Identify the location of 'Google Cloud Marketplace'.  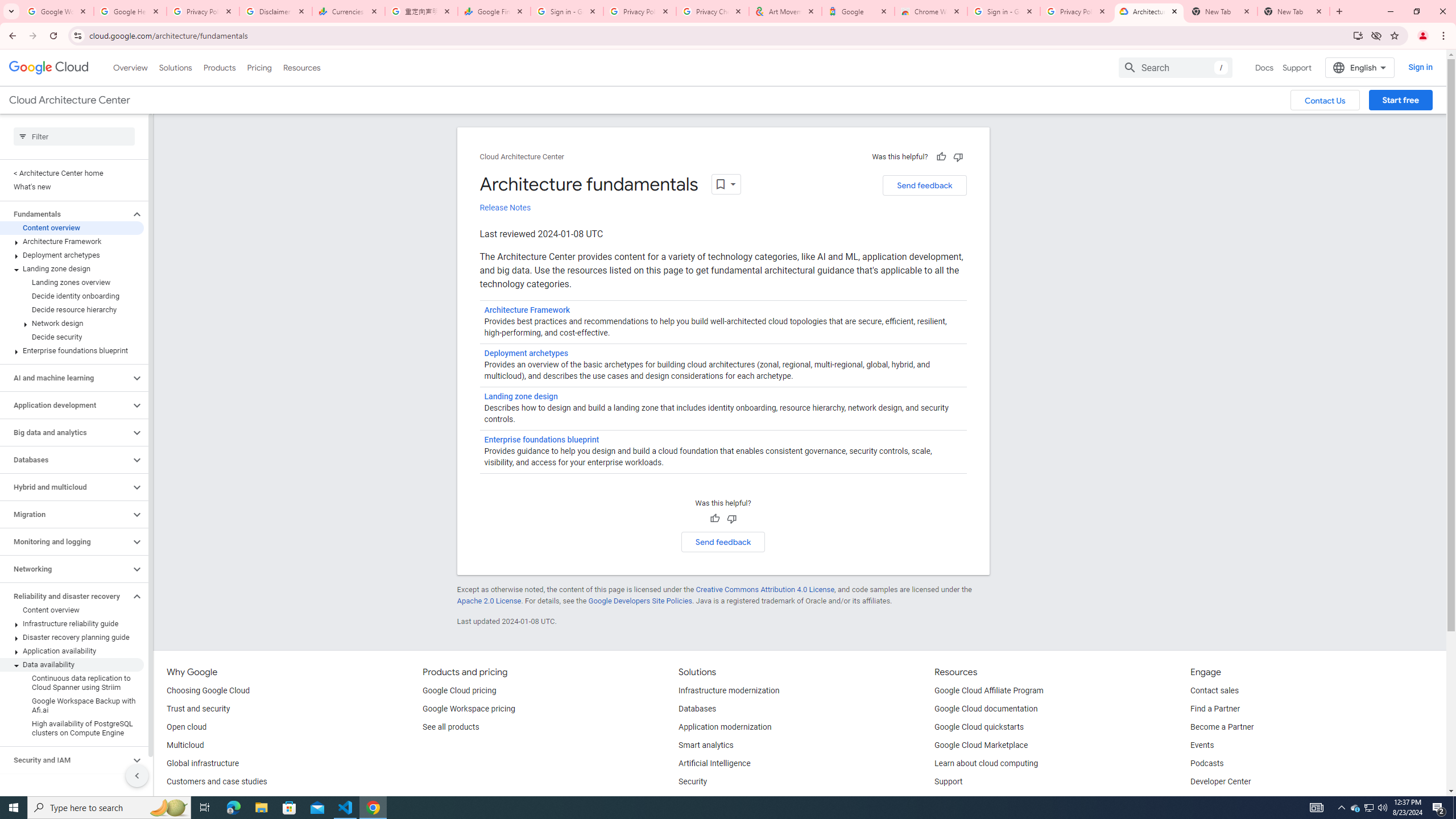
(981, 745).